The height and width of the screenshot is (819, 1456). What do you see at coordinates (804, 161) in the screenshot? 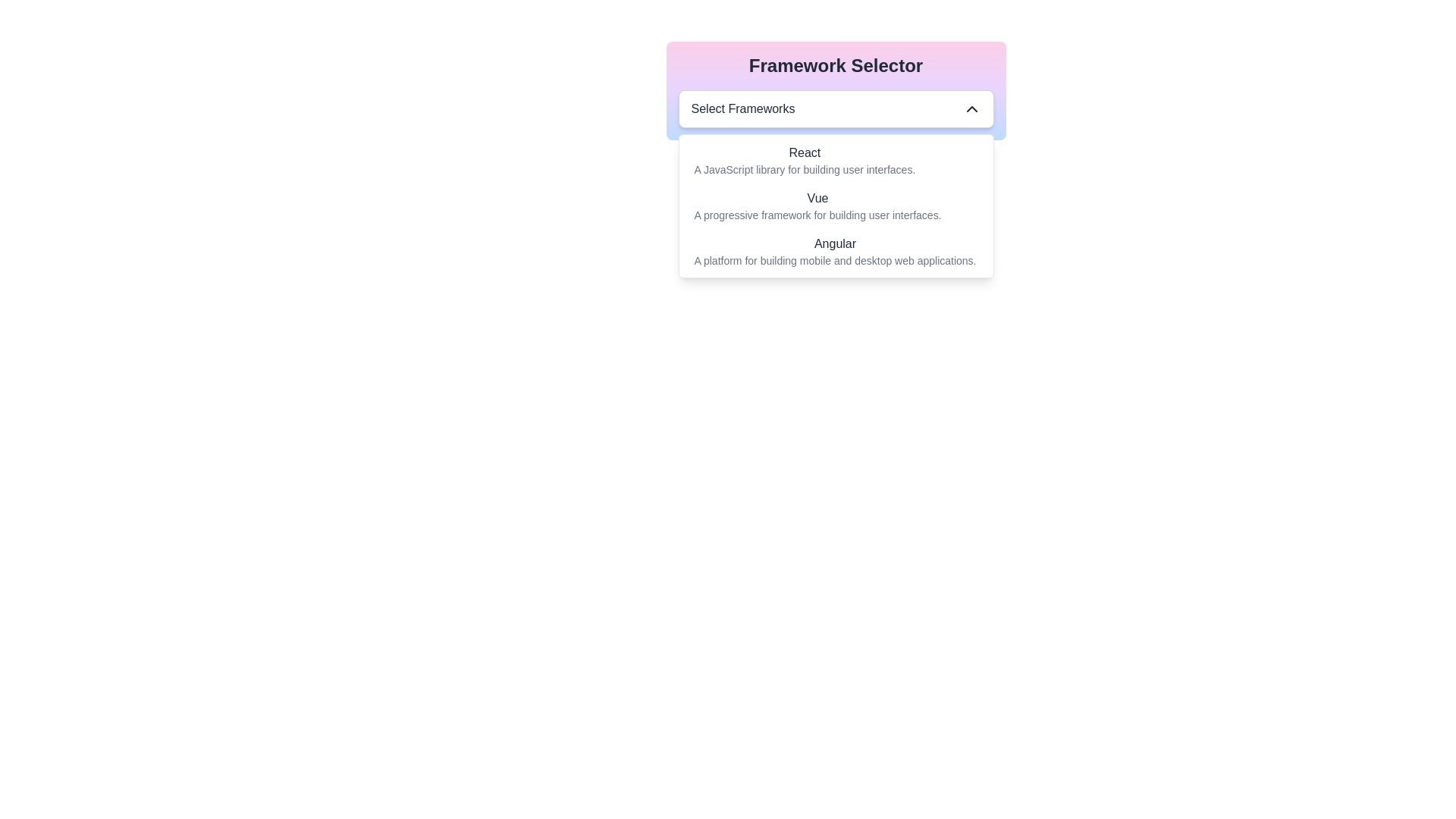
I see `the text block displaying 'React A JavaScript library for building user interfaces.' in the dropdown menu under 'Framework Selector'` at bounding box center [804, 161].